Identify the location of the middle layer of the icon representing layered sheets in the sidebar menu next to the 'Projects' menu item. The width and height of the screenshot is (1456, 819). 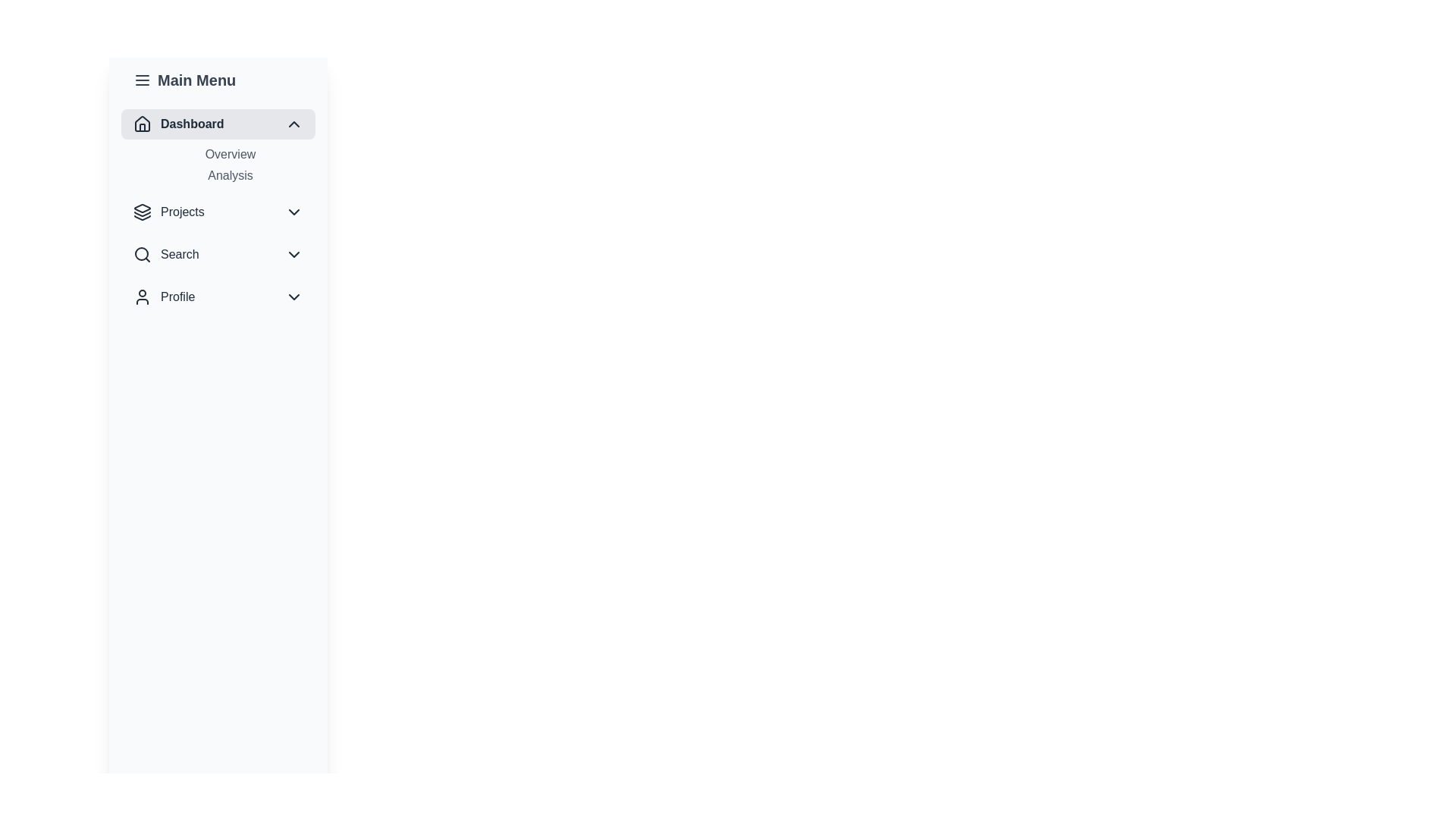
(142, 214).